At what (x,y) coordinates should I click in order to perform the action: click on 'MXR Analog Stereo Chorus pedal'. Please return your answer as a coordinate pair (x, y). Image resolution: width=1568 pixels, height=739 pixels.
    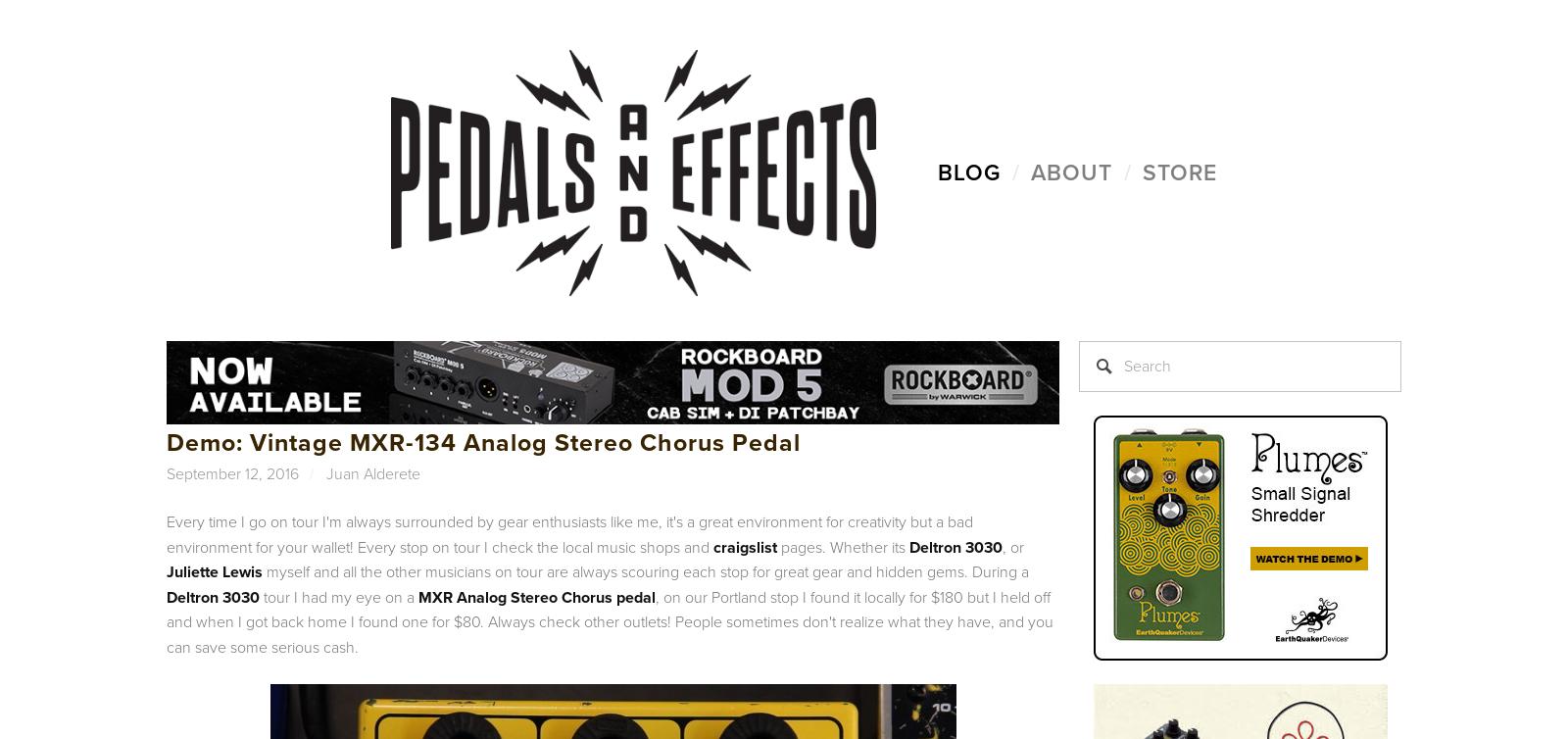
    Looking at the image, I should click on (536, 595).